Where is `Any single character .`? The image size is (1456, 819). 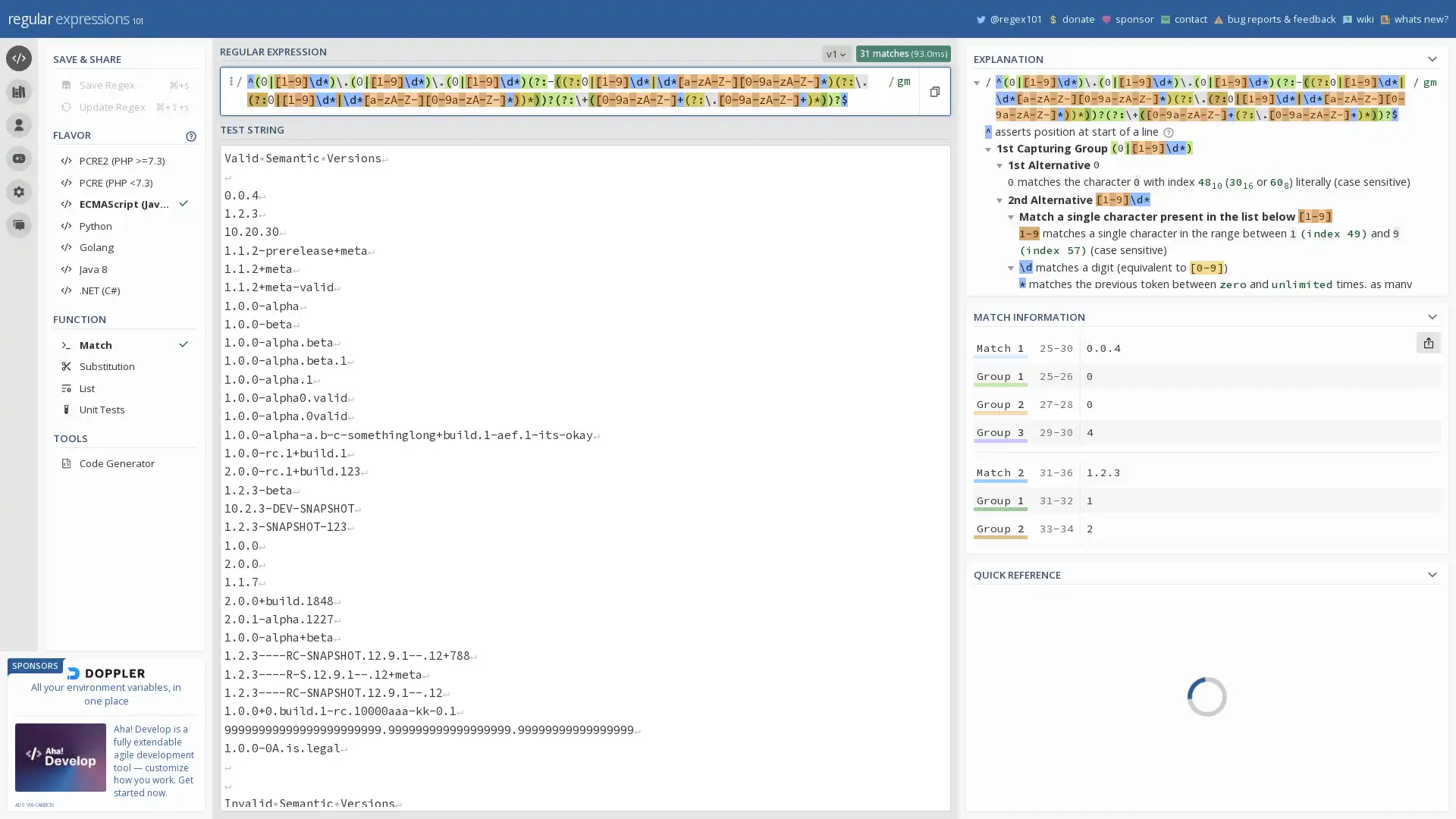 Any single character . is located at coordinates (1282, 708).